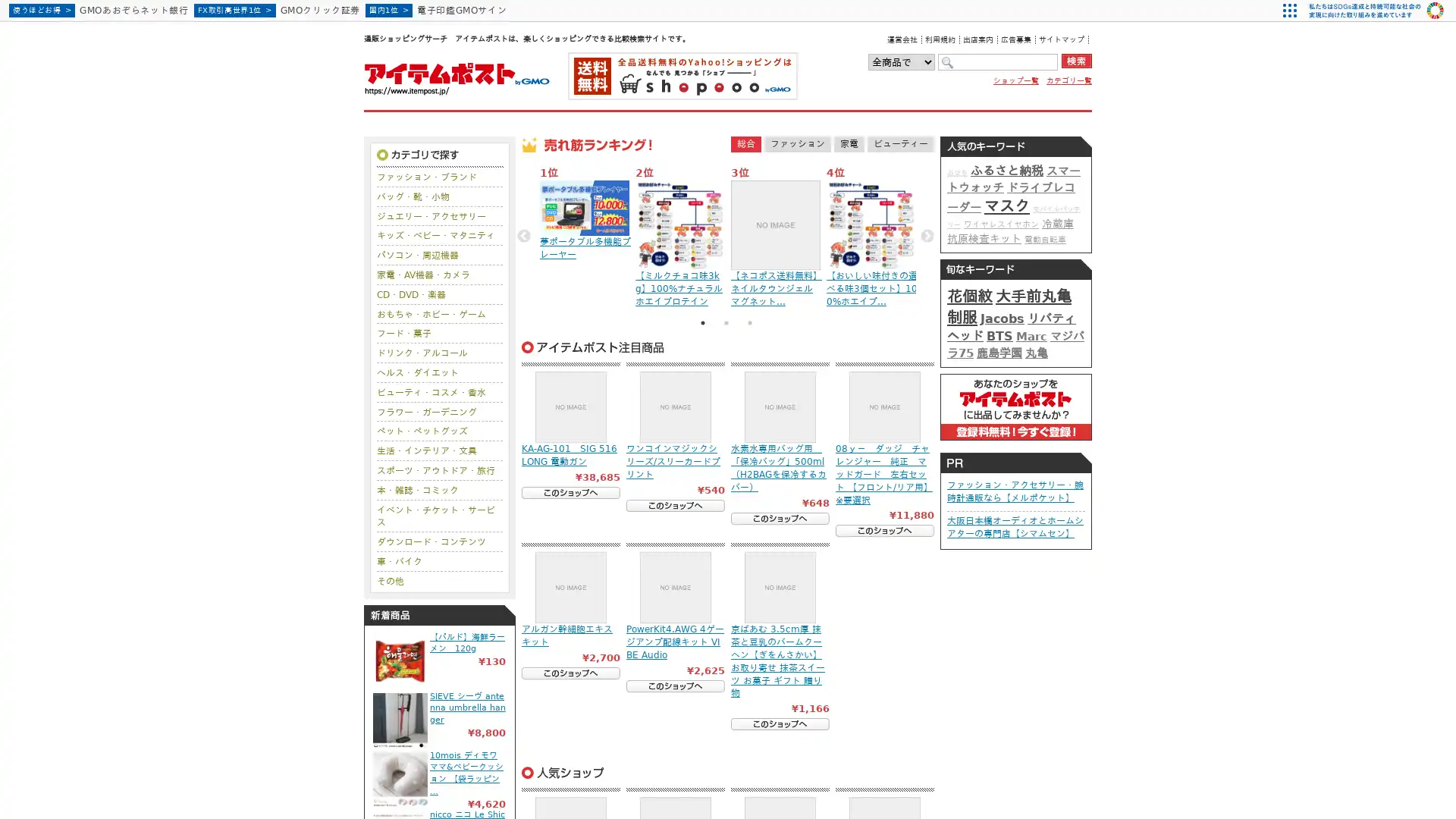  I want to click on 1, so click(701, 322).